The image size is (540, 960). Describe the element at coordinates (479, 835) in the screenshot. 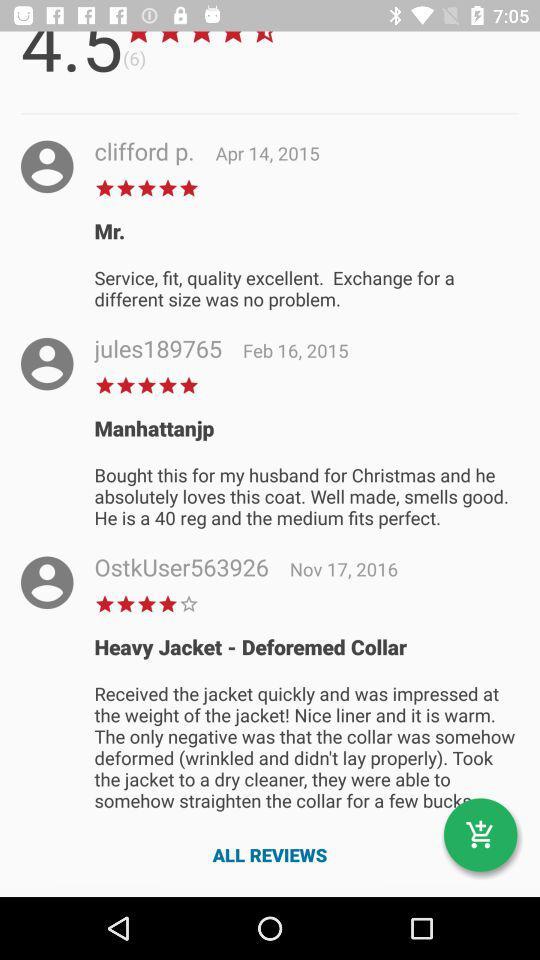

I see `the cart icon` at that location.